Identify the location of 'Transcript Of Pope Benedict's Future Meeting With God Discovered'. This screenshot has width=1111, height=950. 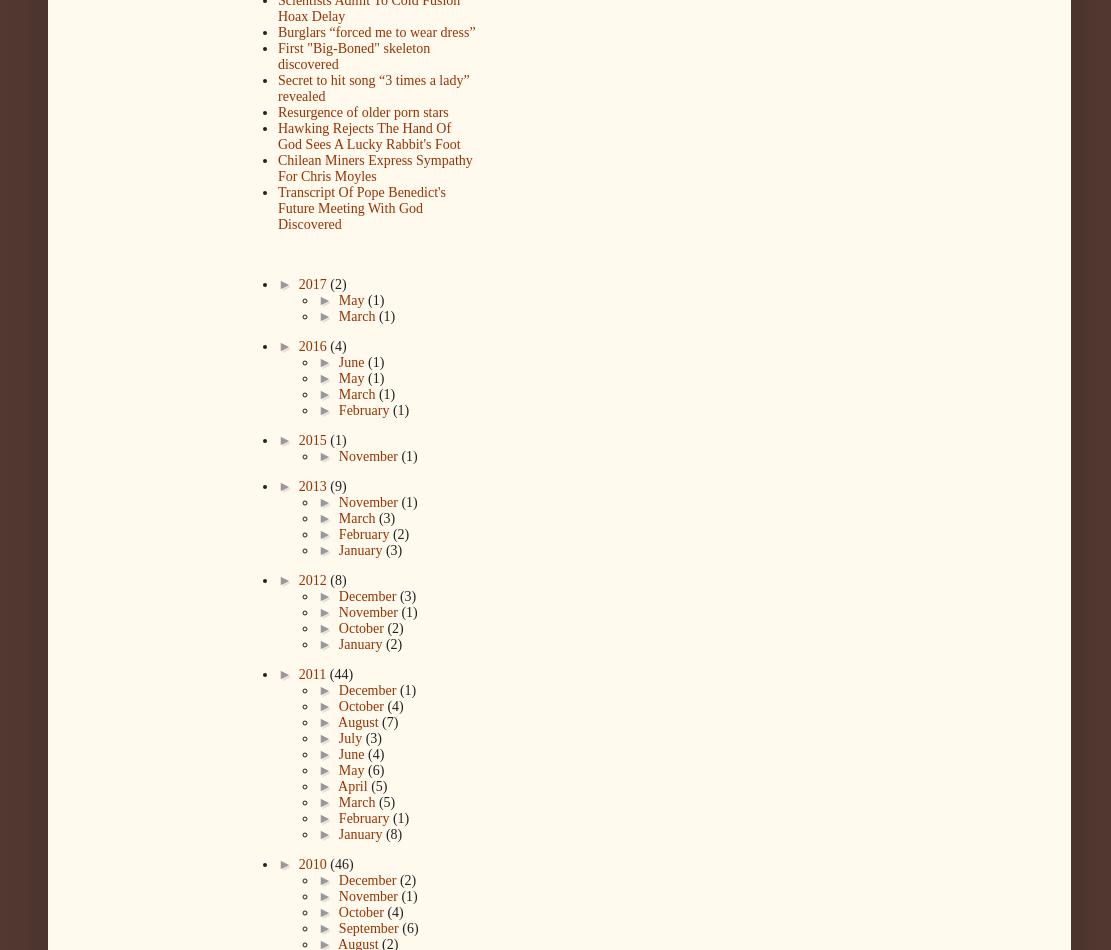
(360, 208).